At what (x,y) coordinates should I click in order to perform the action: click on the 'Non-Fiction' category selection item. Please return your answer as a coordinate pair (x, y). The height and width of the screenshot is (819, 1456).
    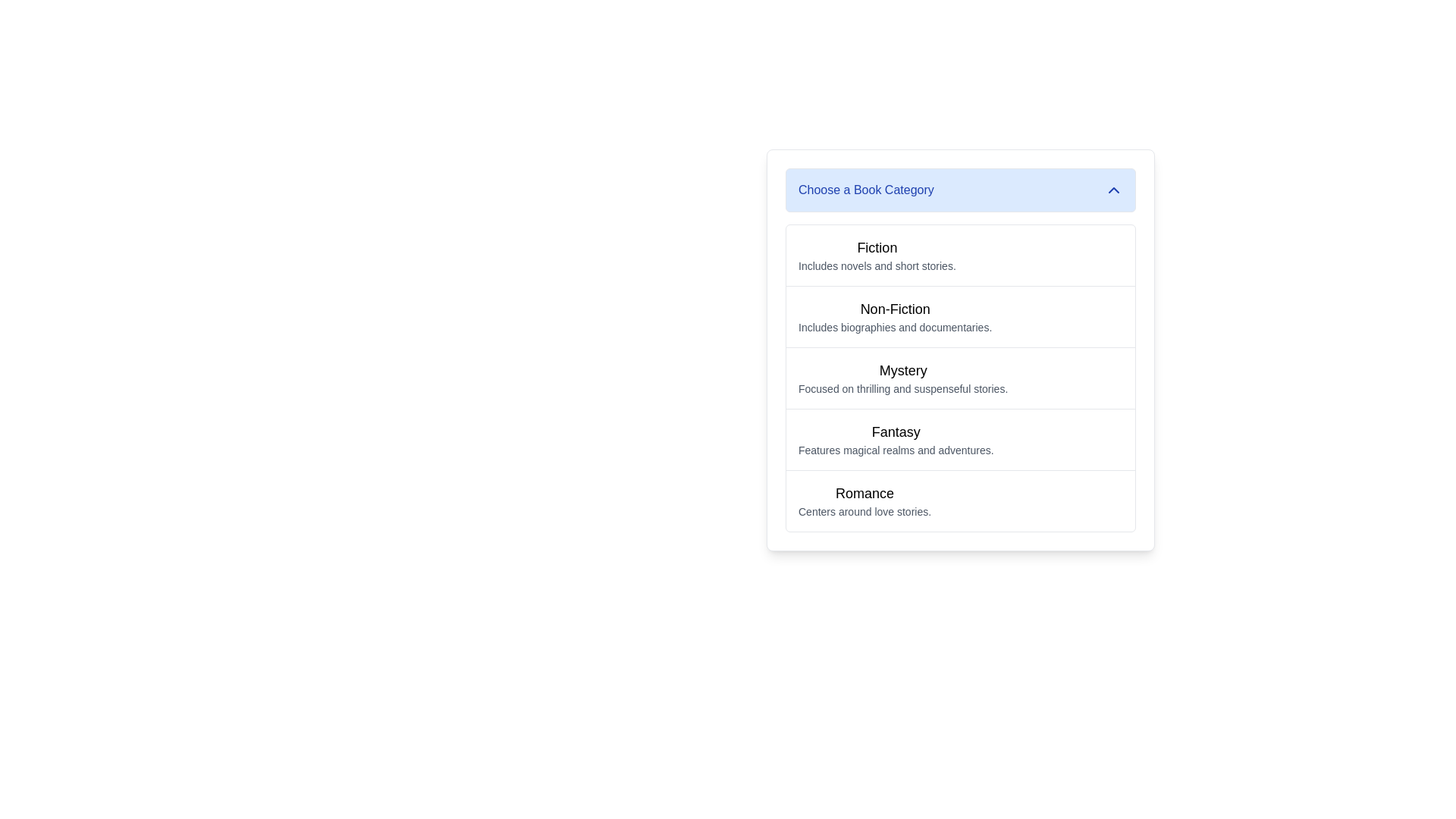
    Looking at the image, I should click on (960, 315).